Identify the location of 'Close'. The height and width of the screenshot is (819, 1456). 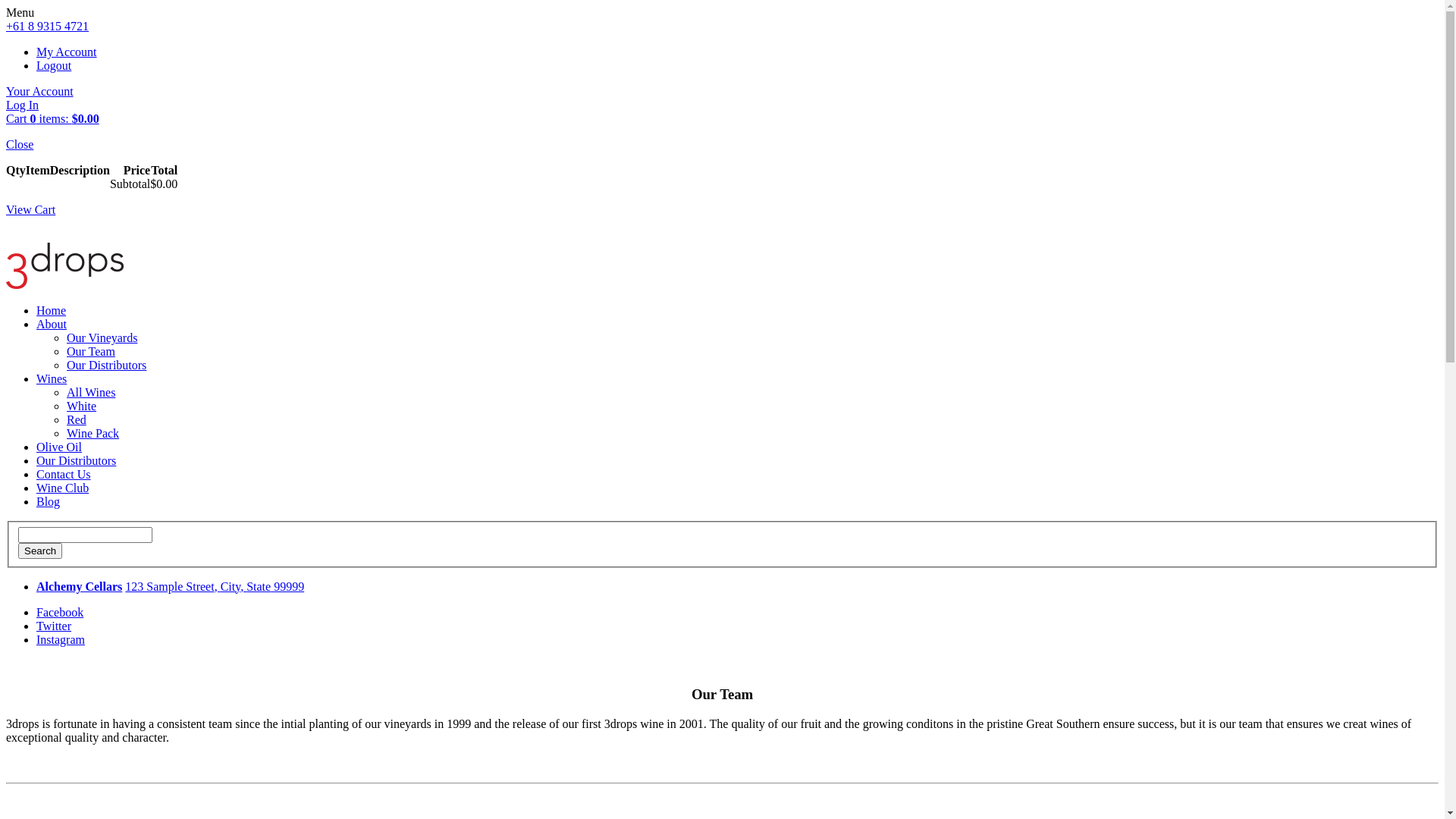
(19, 144).